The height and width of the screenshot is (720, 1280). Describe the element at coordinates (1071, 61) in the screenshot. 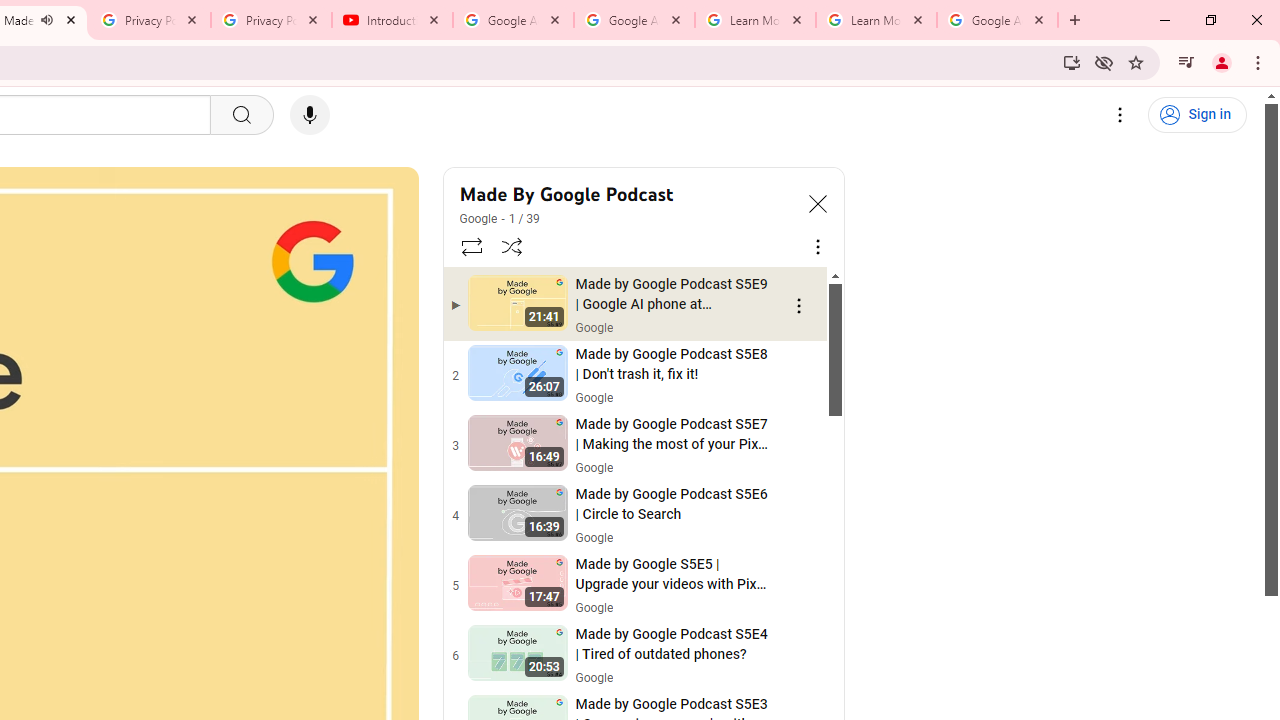

I see `'Install YouTube'` at that location.